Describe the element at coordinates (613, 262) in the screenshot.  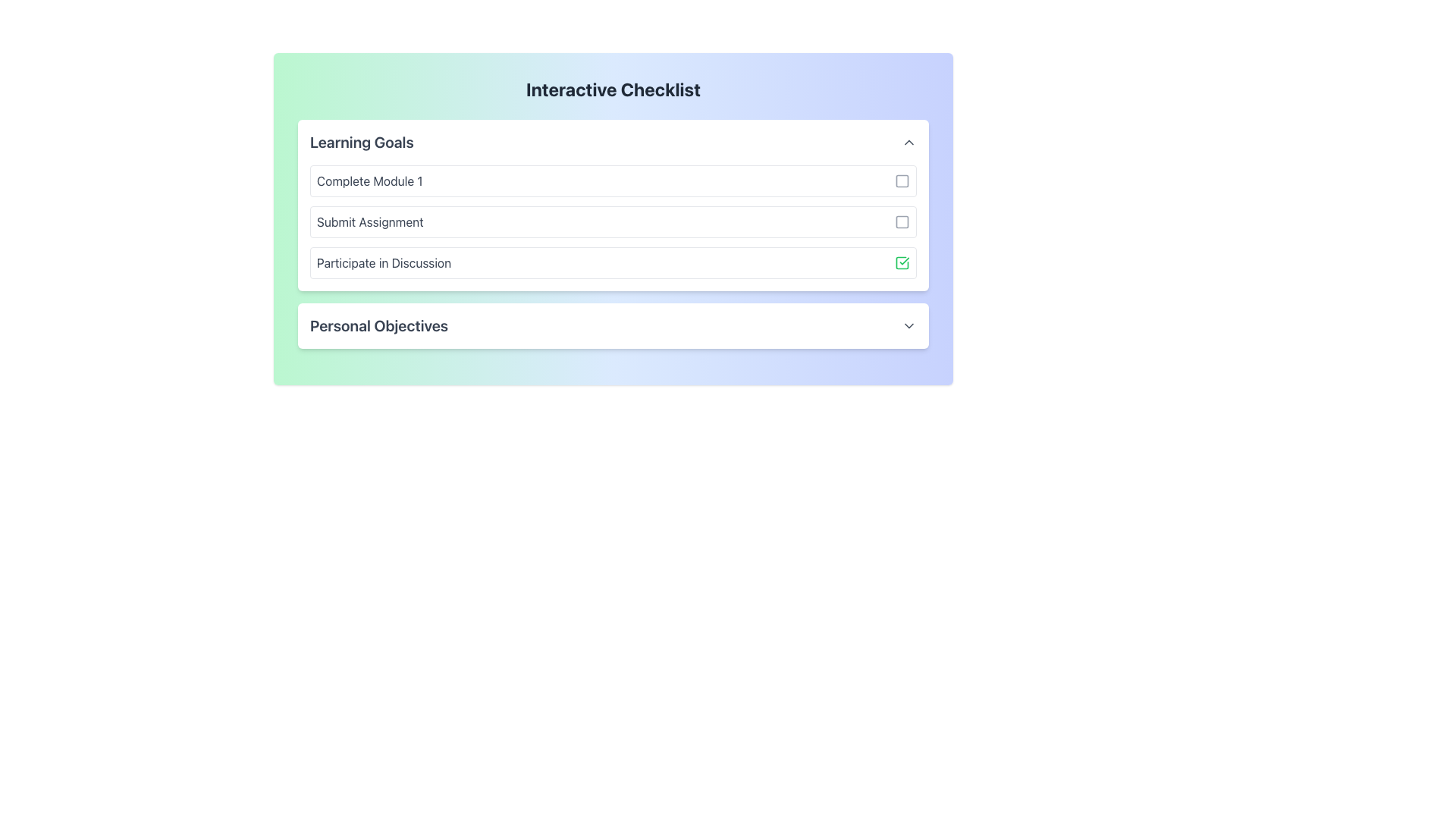
I see `the interactive button of the third checklist item under the 'Learning Goals' section` at that location.